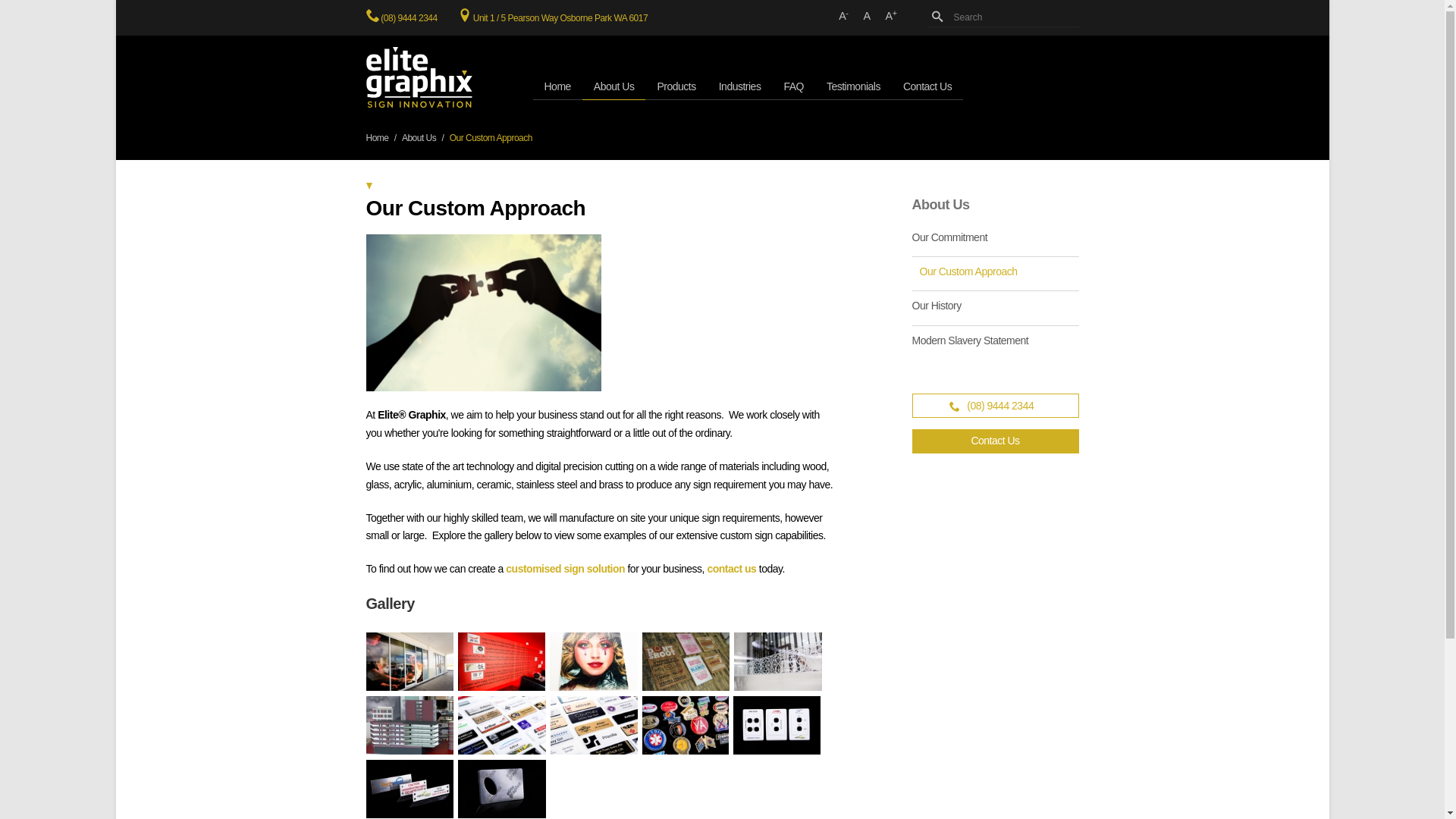 This screenshot has height=819, width=1456. Describe the element at coordinates (739, 86) in the screenshot. I see `'Industries'` at that location.